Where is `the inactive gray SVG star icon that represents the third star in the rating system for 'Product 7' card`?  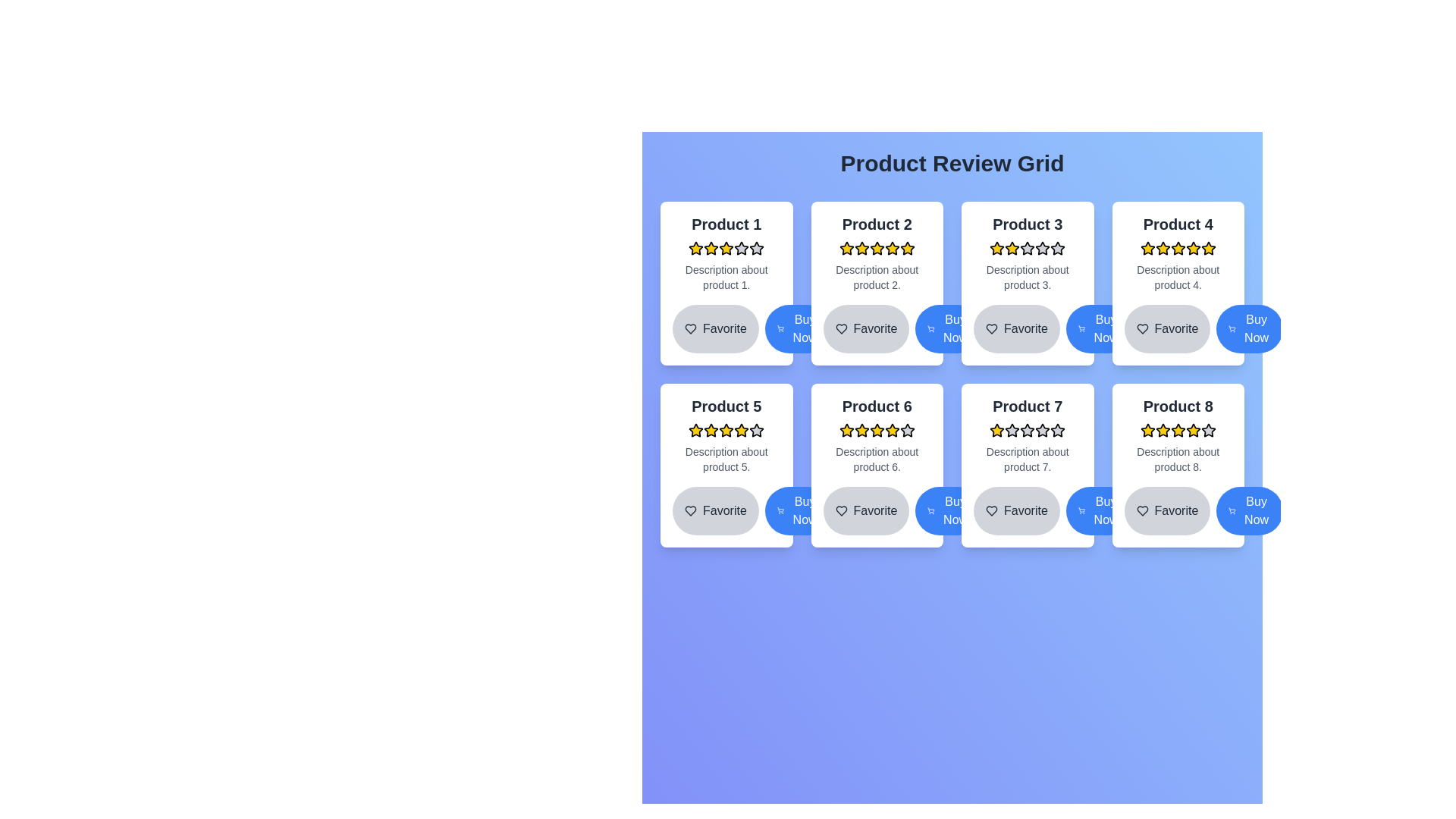
the inactive gray SVG star icon that represents the third star in the rating system for 'Product 7' card is located at coordinates (1012, 430).